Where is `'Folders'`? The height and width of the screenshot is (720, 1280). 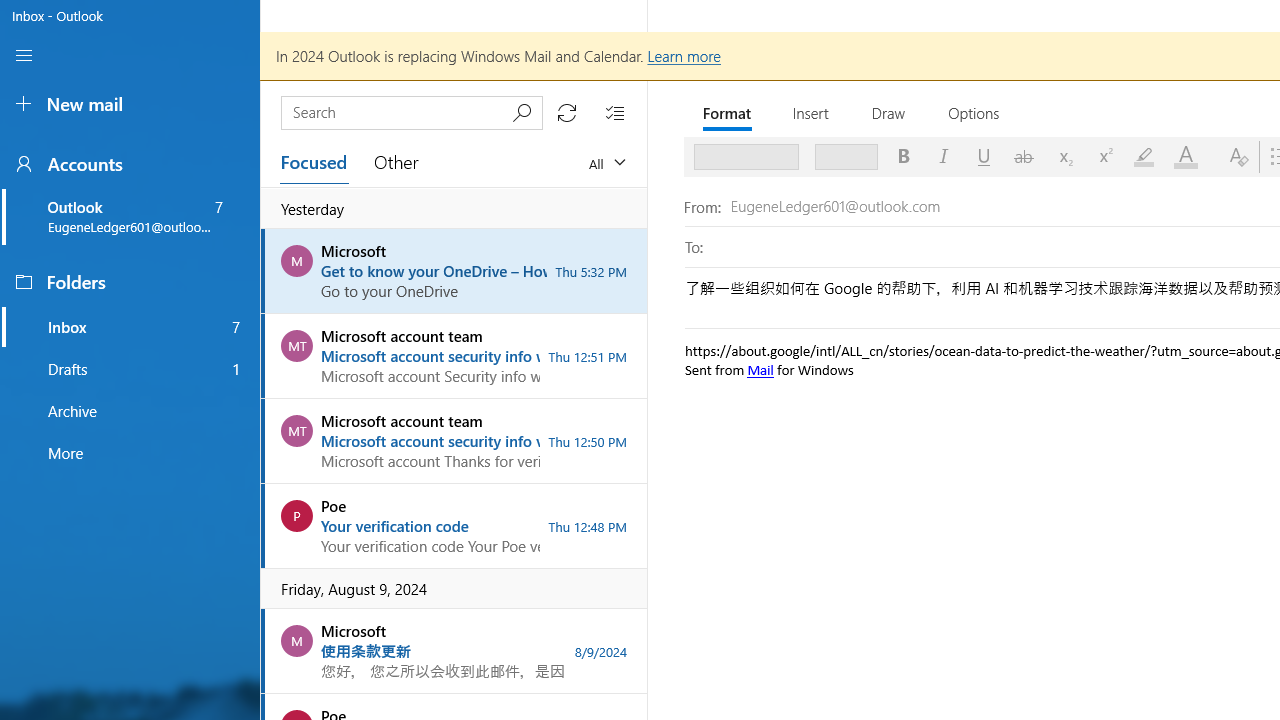 'Folders' is located at coordinates (128, 281).